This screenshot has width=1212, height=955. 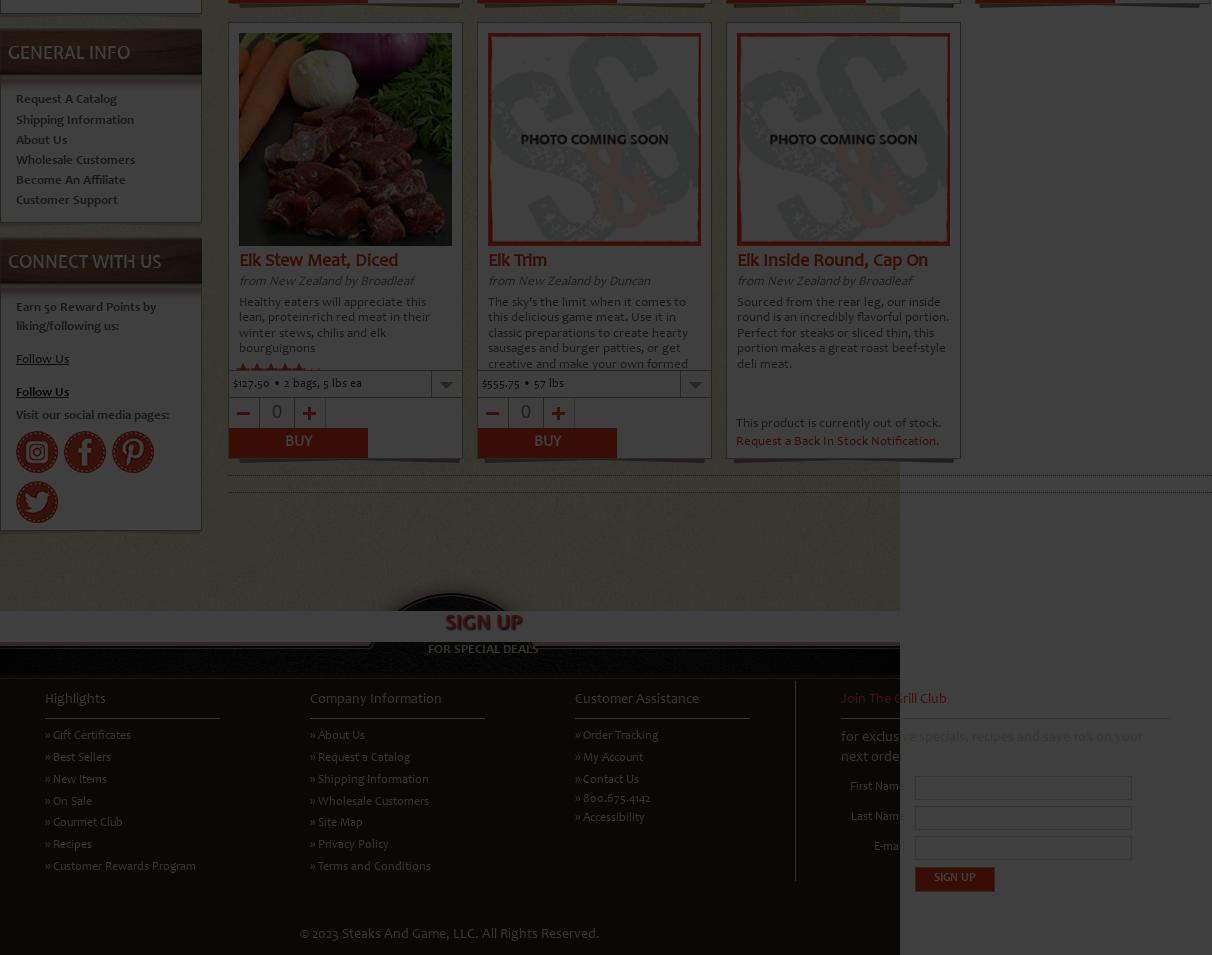 What do you see at coordinates (889, 846) in the screenshot?
I see `'E-mail'` at bounding box center [889, 846].